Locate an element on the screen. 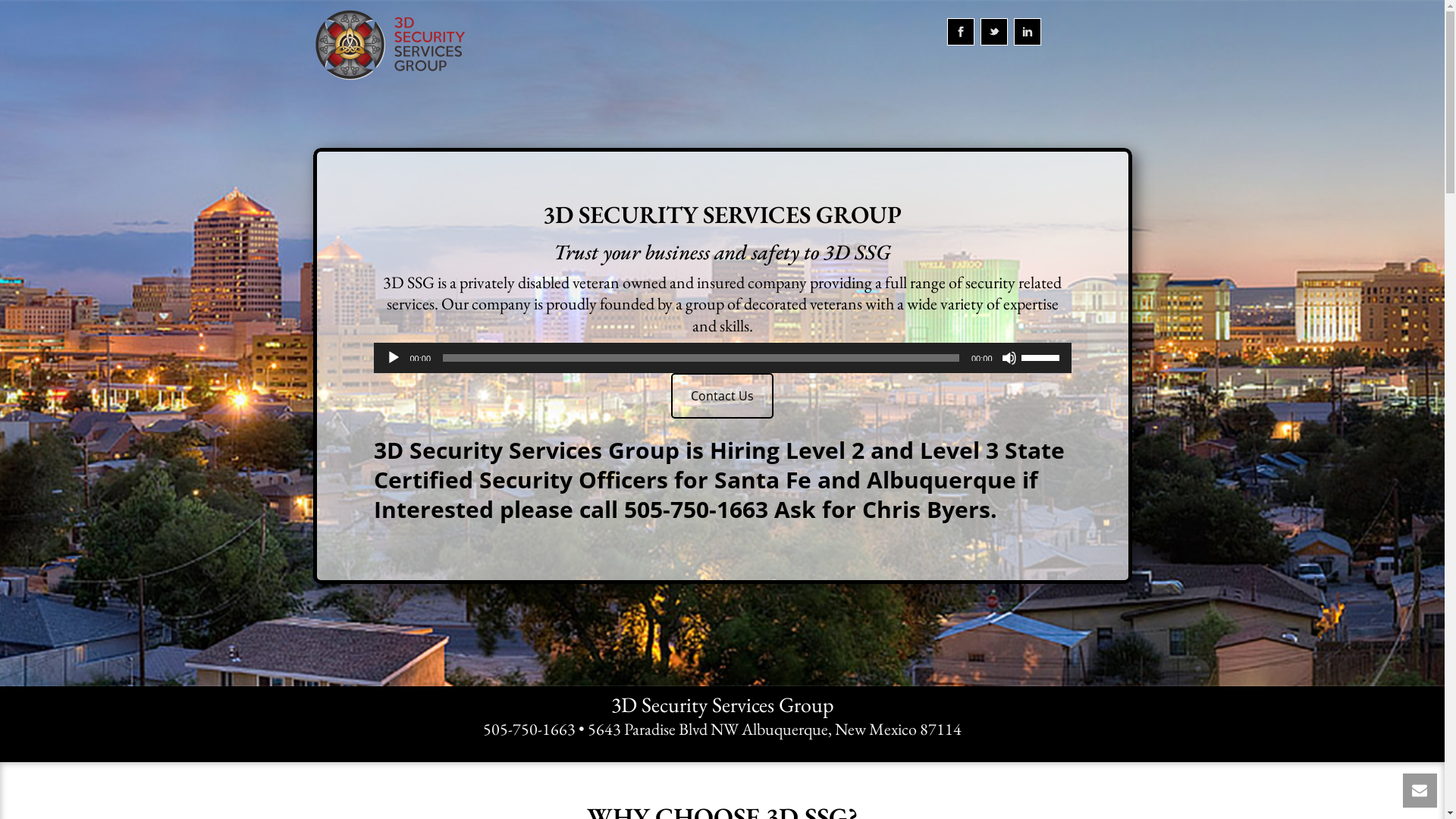 This screenshot has height=819, width=1456. 'Mute' is located at coordinates (1001, 357).